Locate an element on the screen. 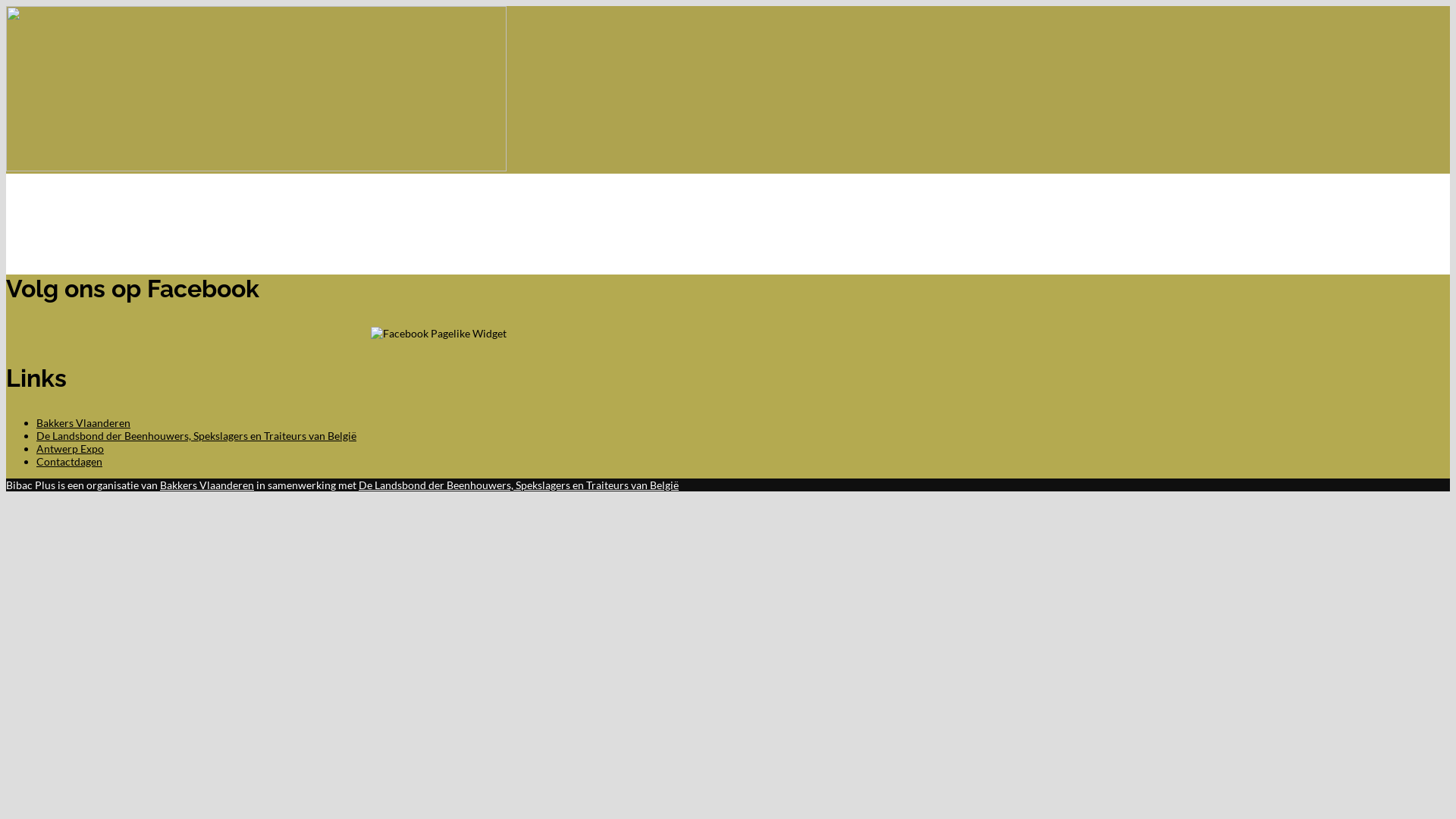  'Contactdagen' is located at coordinates (36, 460).